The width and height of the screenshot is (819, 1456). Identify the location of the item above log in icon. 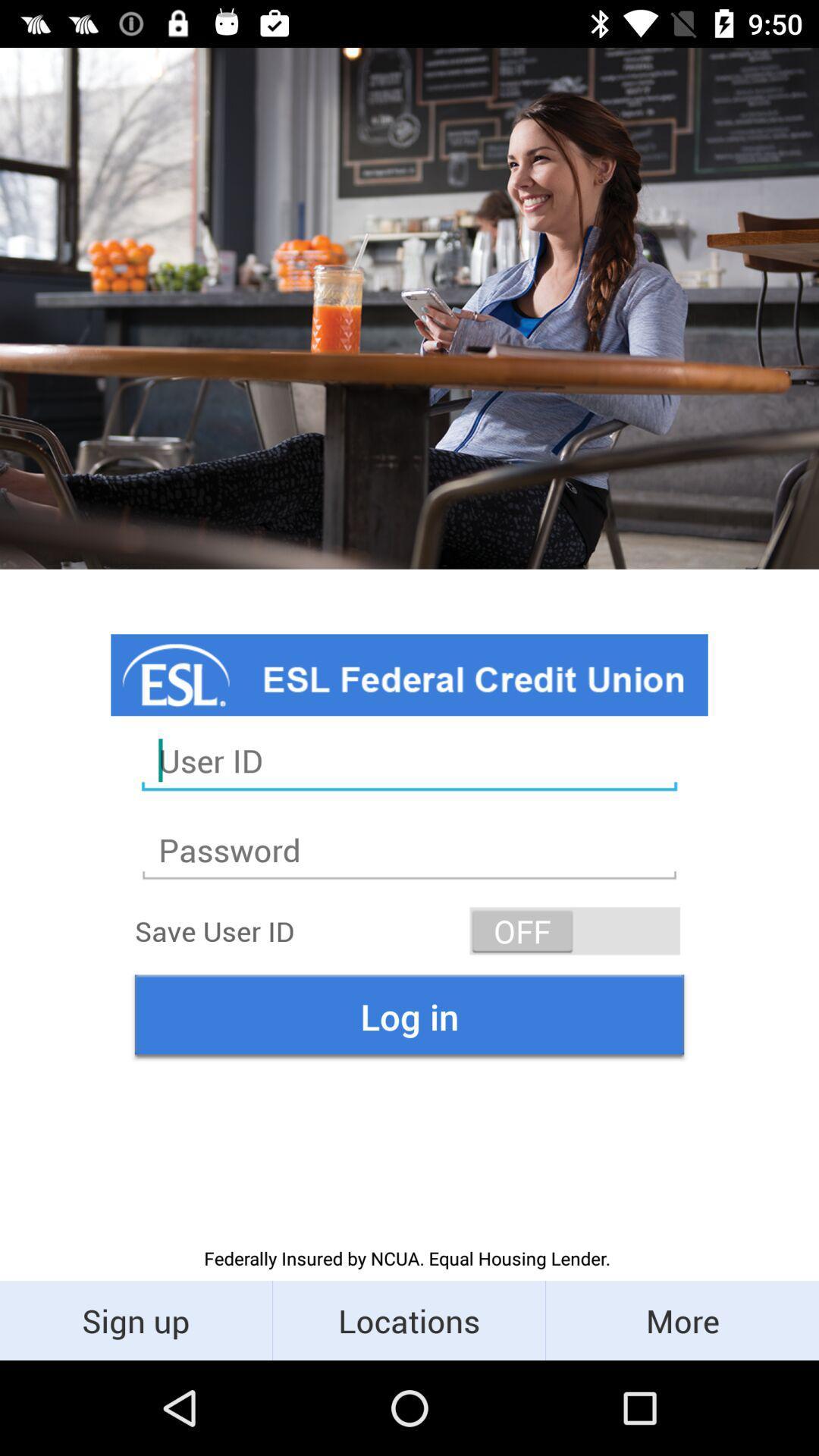
(575, 930).